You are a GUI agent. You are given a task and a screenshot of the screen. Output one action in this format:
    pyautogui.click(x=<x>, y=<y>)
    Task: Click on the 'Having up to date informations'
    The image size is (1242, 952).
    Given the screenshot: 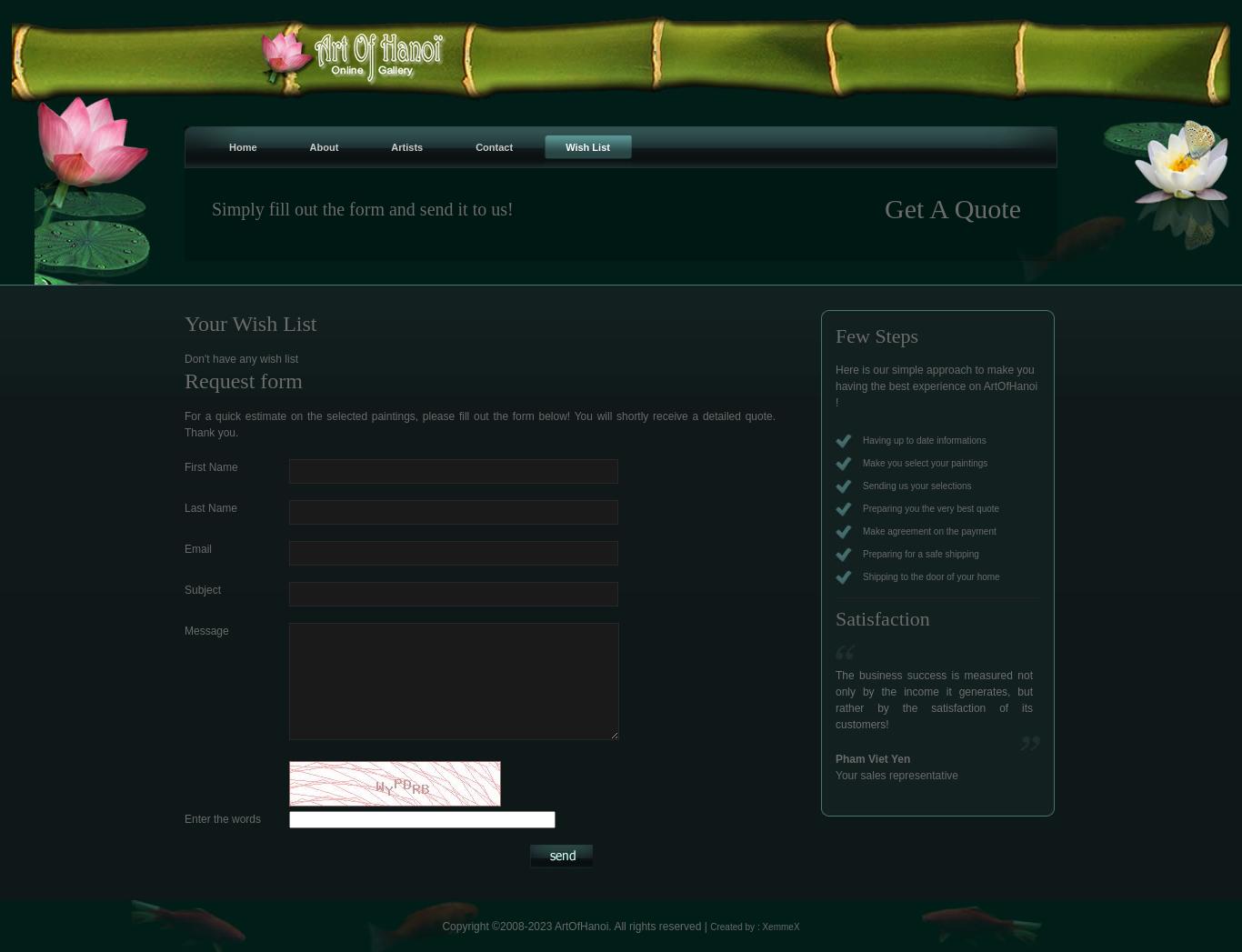 What is the action you would take?
    pyautogui.click(x=924, y=439)
    